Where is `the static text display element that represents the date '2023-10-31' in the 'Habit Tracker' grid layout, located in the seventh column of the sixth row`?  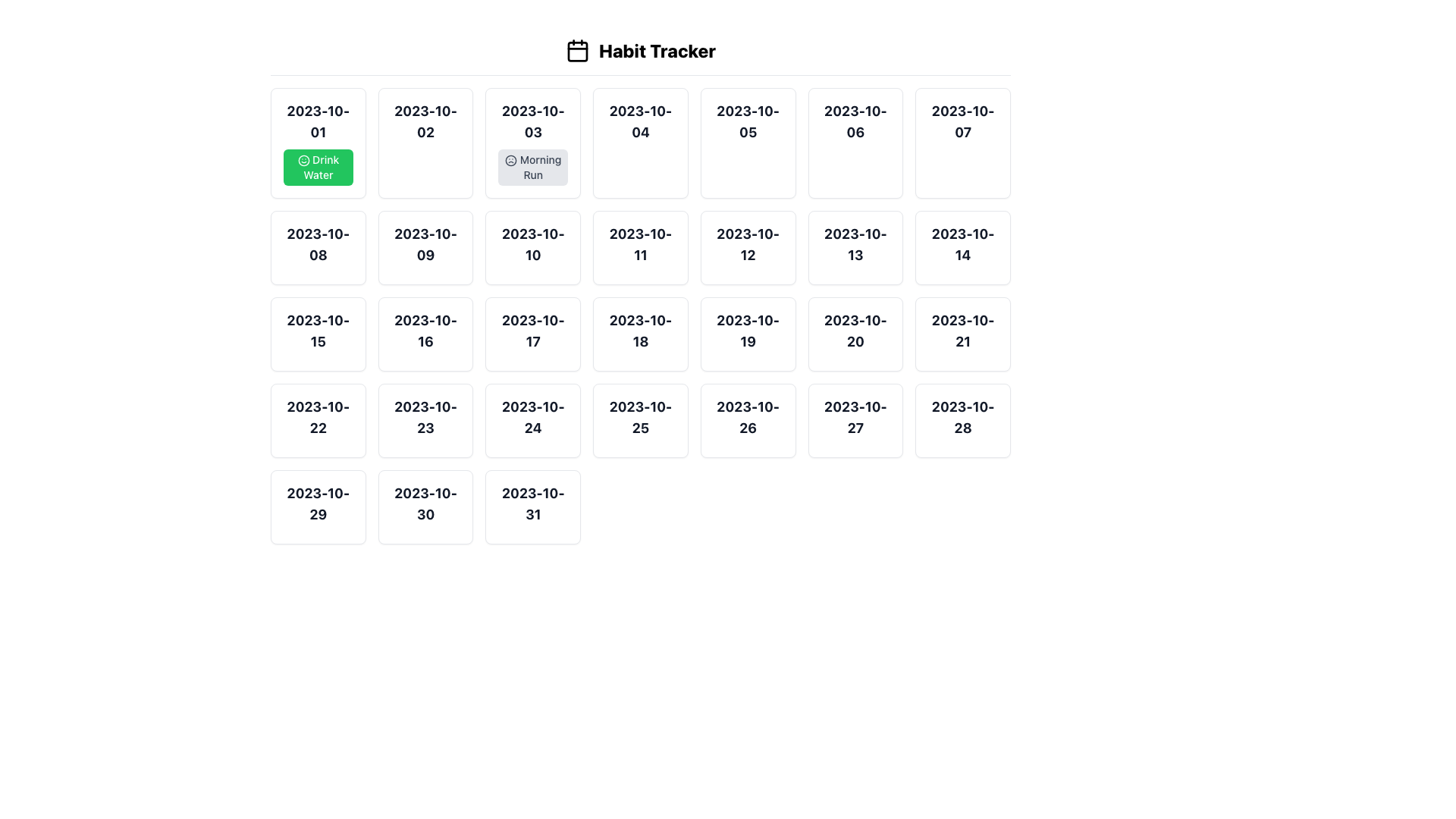
the static text display element that represents the date '2023-10-31' in the 'Habit Tracker' grid layout, located in the seventh column of the sixth row is located at coordinates (533, 507).